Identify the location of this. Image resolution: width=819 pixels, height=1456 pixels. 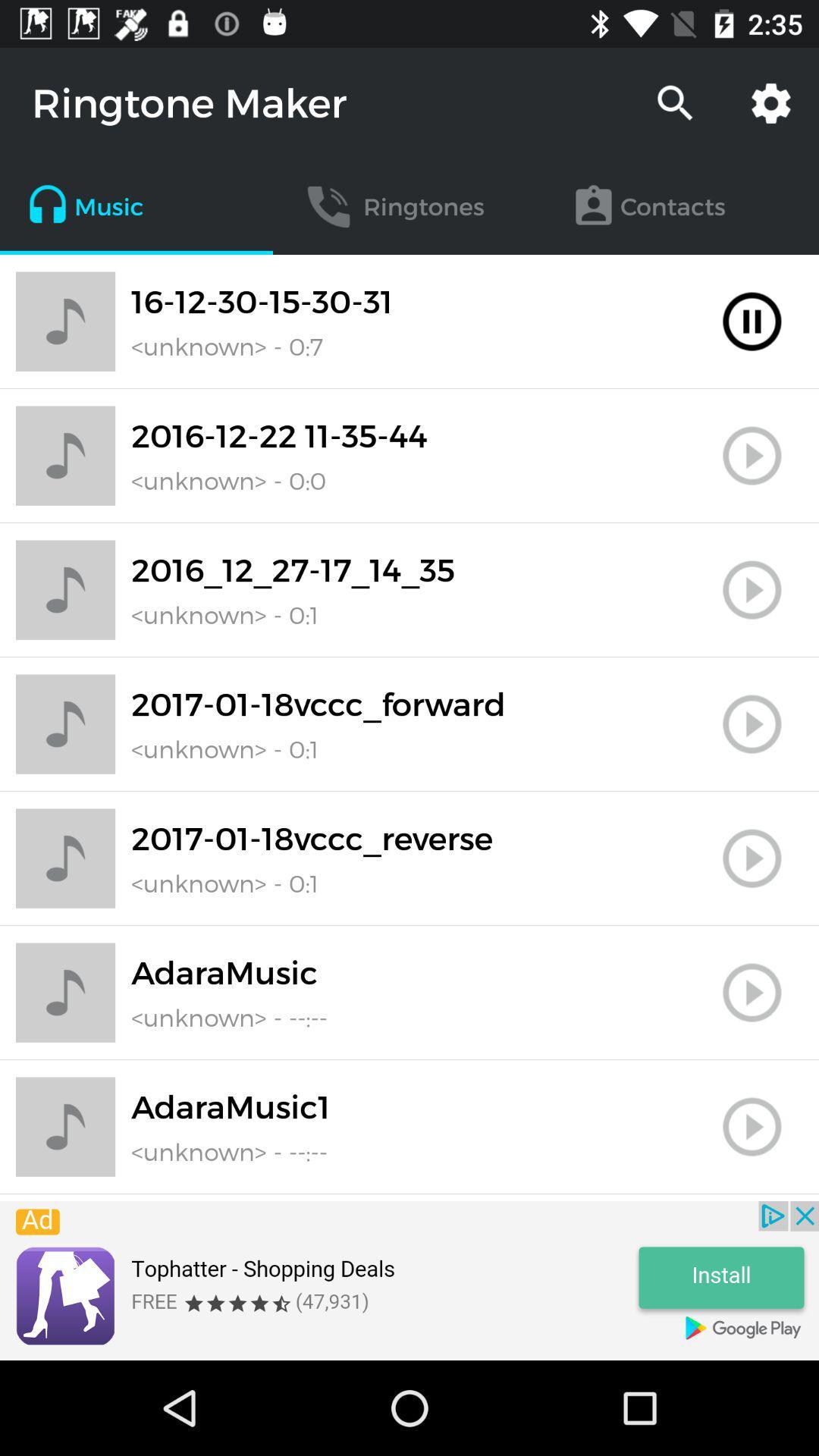
(752, 858).